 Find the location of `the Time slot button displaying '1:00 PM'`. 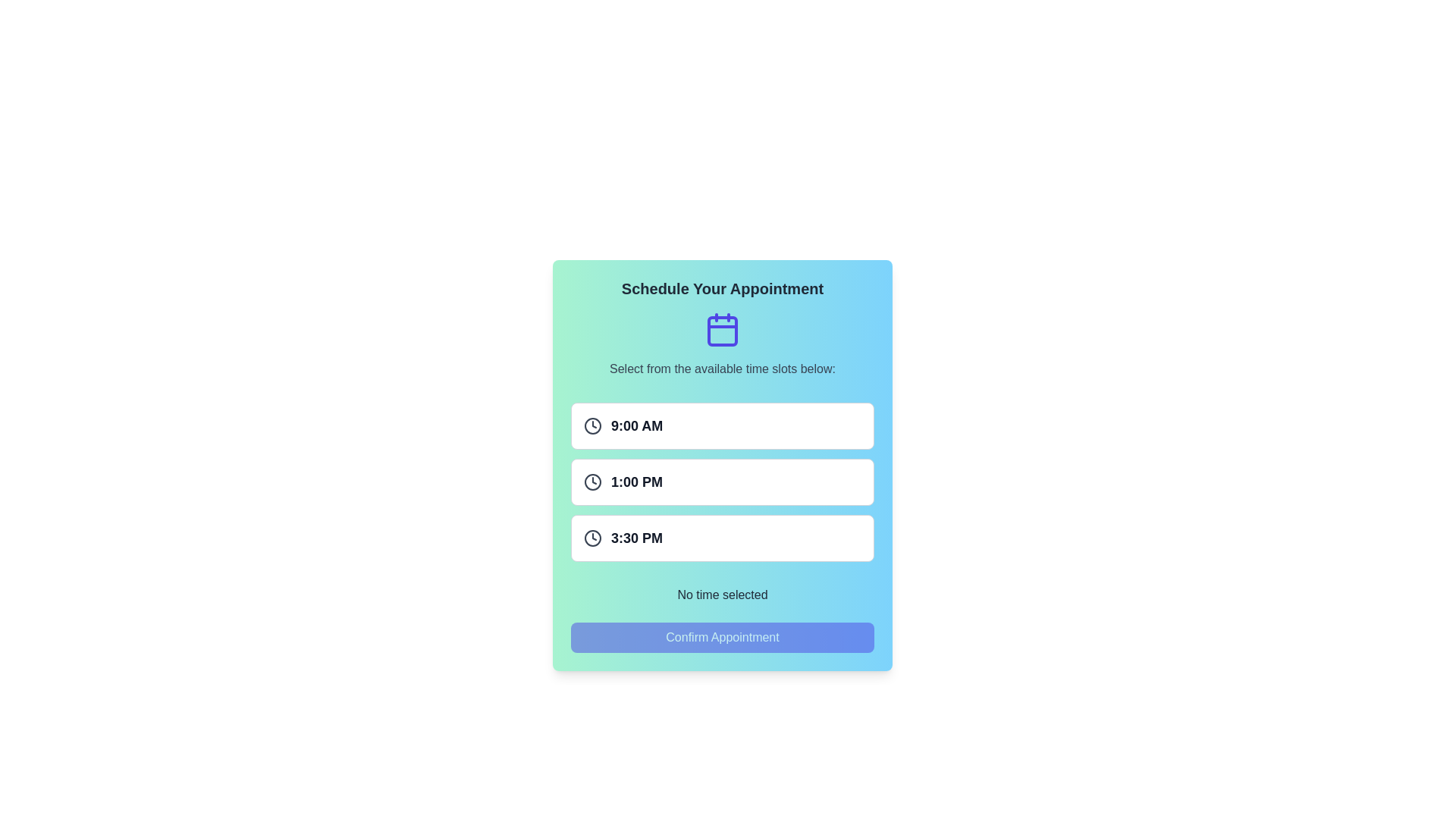

the Time slot button displaying '1:00 PM' is located at coordinates (722, 482).